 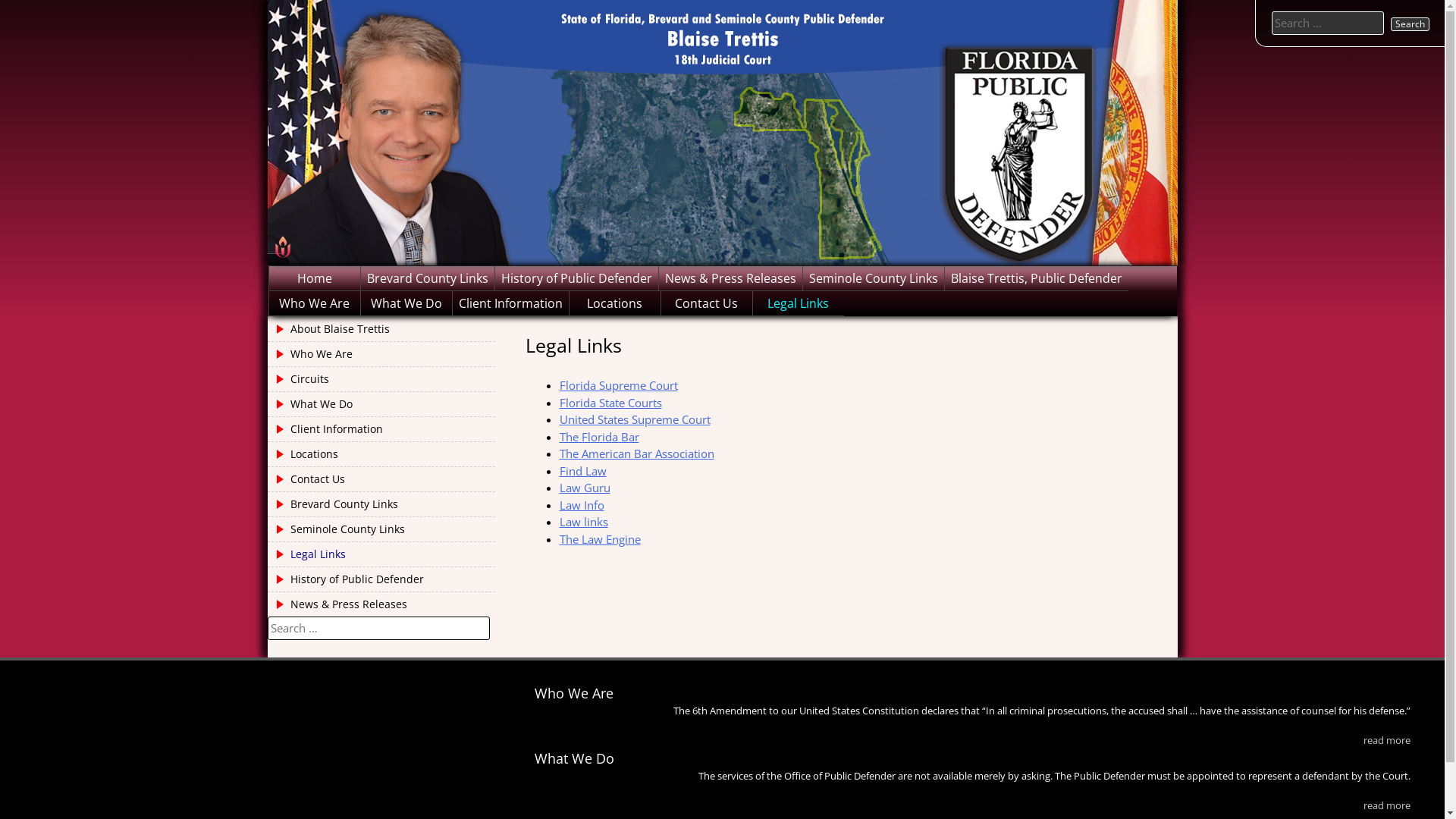 I want to click on 'Circuits', so click(x=381, y=378).